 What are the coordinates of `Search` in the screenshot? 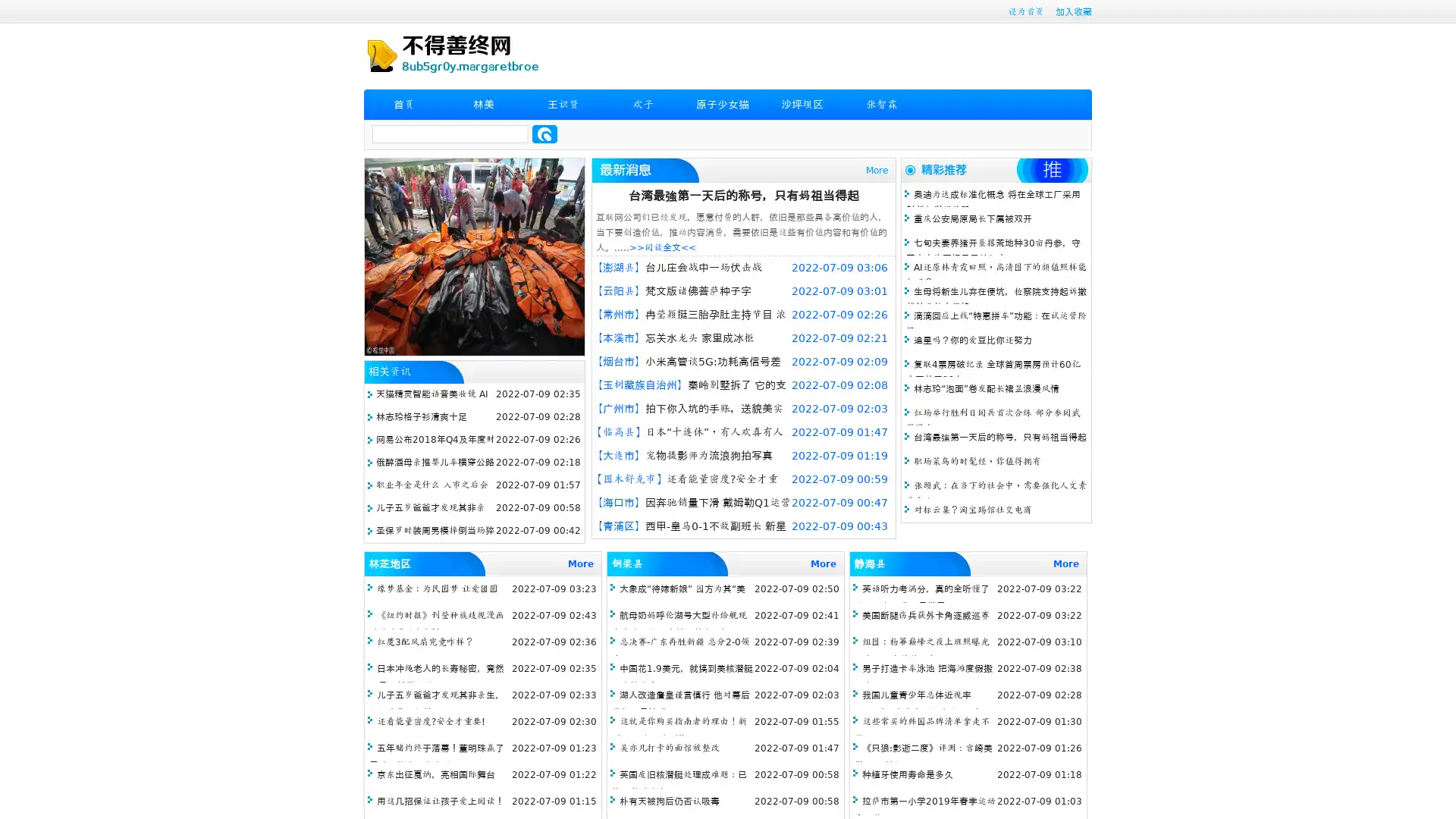 It's located at (544, 133).